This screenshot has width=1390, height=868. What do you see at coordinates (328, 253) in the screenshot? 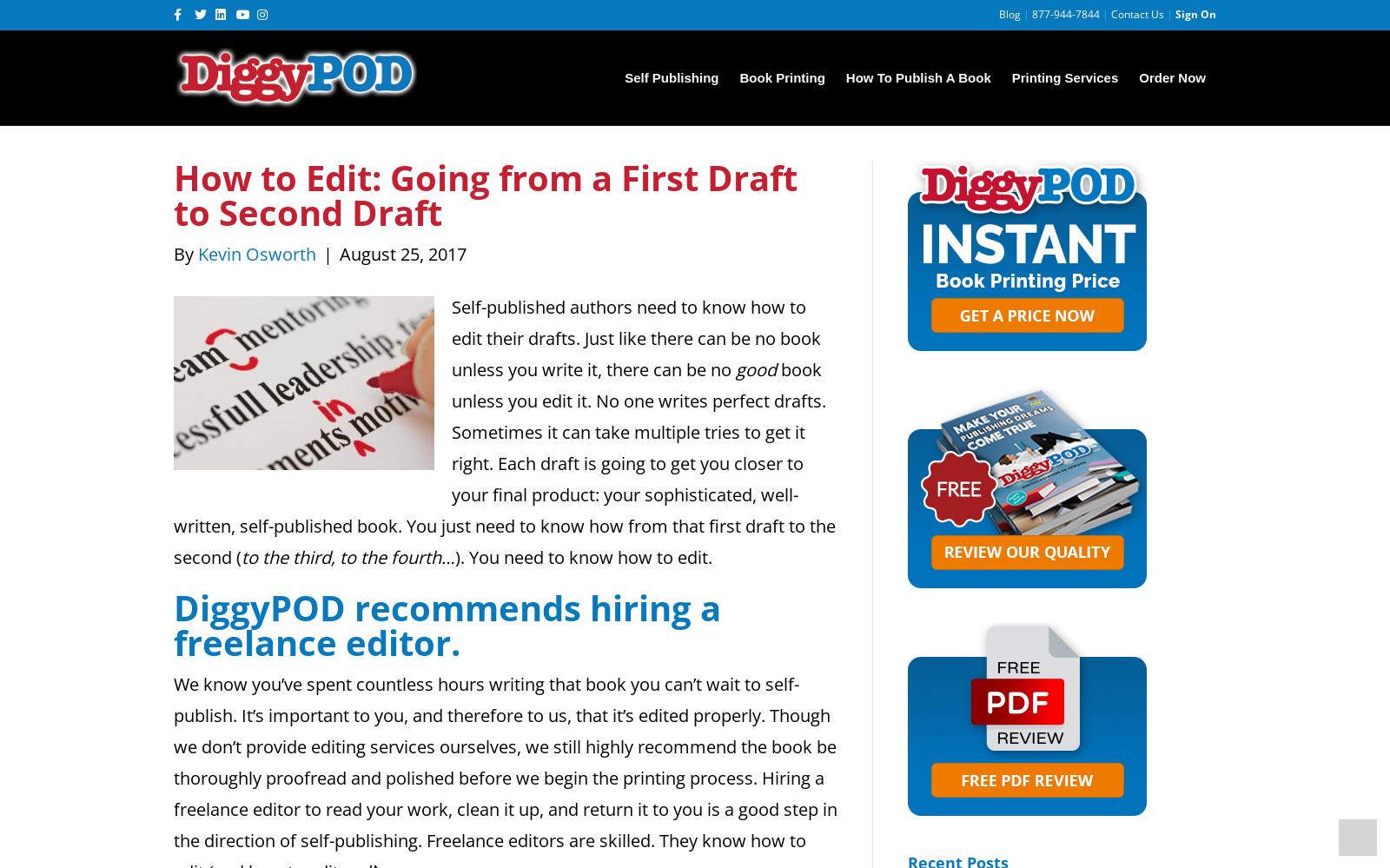
I see `'|'` at bounding box center [328, 253].